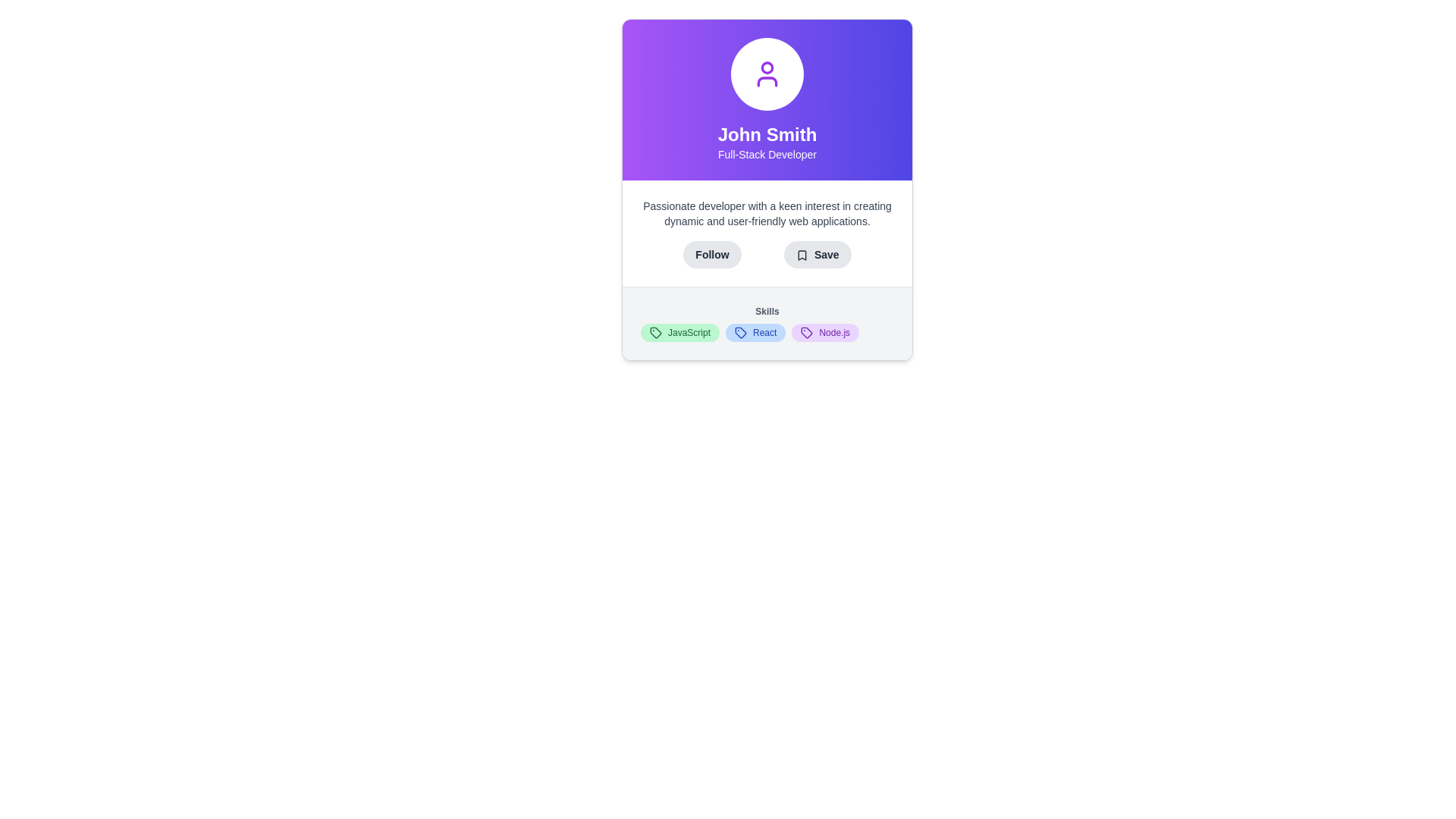  What do you see at coordinates (806, 332) in the screenshot?
I see `the small, stylized purple tag icon with a circular dot, located to the left of the 'Node.js' text in the 'Skills' section of the badge` at bounding box center [806, 332].